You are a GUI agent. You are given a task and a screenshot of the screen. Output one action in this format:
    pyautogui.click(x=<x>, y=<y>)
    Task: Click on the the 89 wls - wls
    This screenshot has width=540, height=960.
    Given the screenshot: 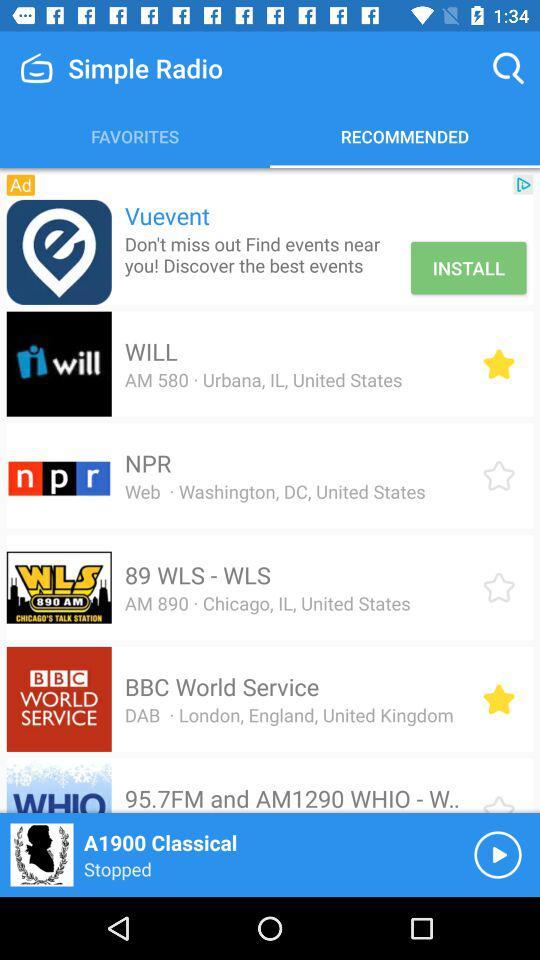 What is the action you would take?
    pyautogui.click(x=197, y=575)
    